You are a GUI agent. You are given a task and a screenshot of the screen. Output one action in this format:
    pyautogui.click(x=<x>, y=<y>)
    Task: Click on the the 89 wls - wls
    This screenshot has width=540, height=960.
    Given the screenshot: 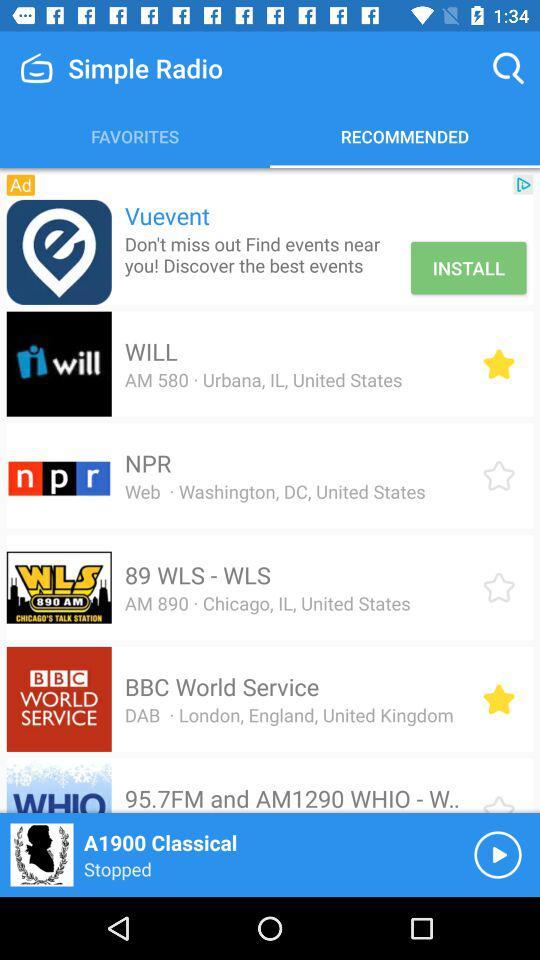 What is the action you would take?
    pyautogui.click(x=197, y=575)
    